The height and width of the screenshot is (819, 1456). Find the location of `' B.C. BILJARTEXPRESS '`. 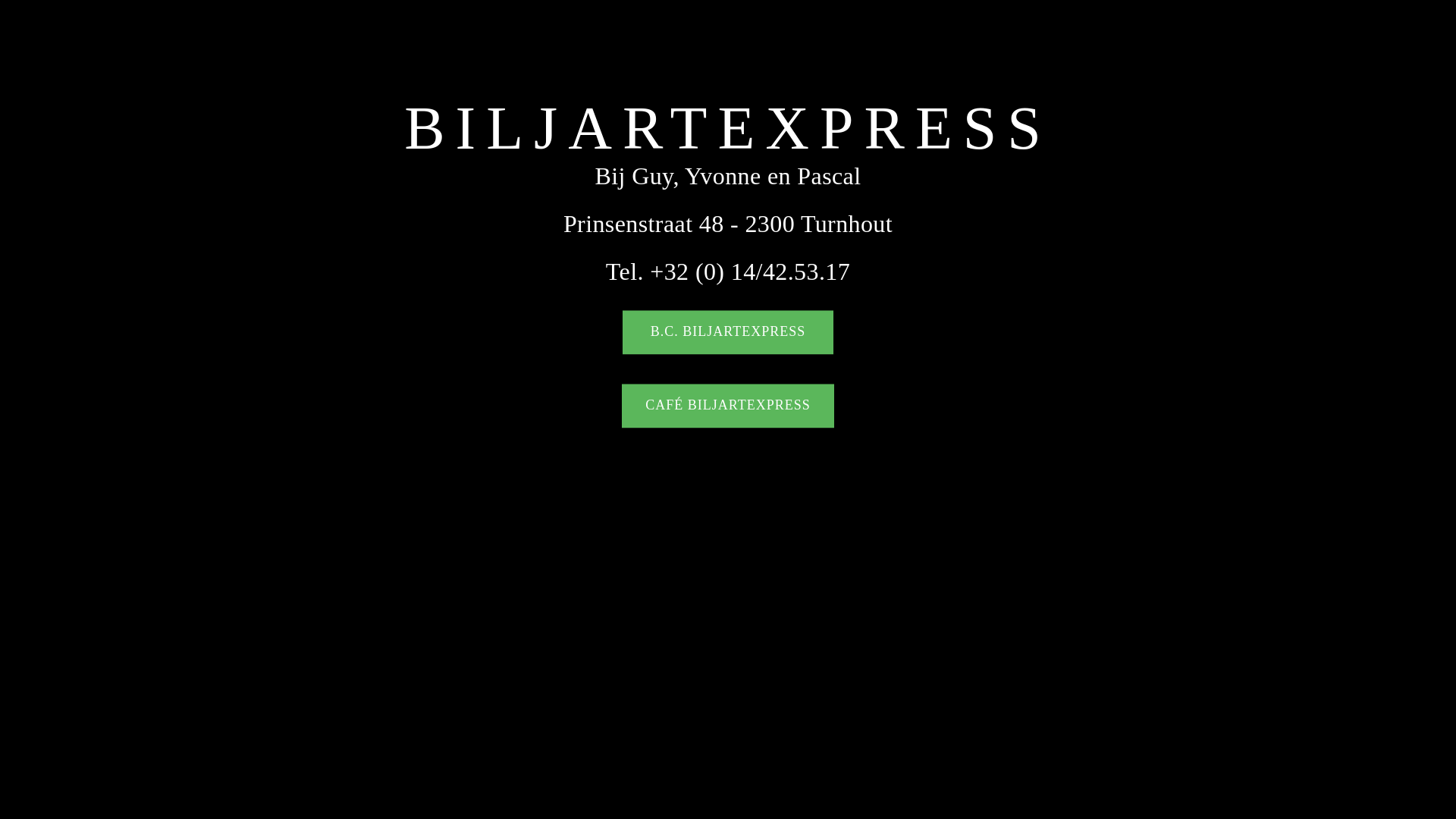

' B.C. BILJARTEXPRESS ' is located at coordinates (622, 332).